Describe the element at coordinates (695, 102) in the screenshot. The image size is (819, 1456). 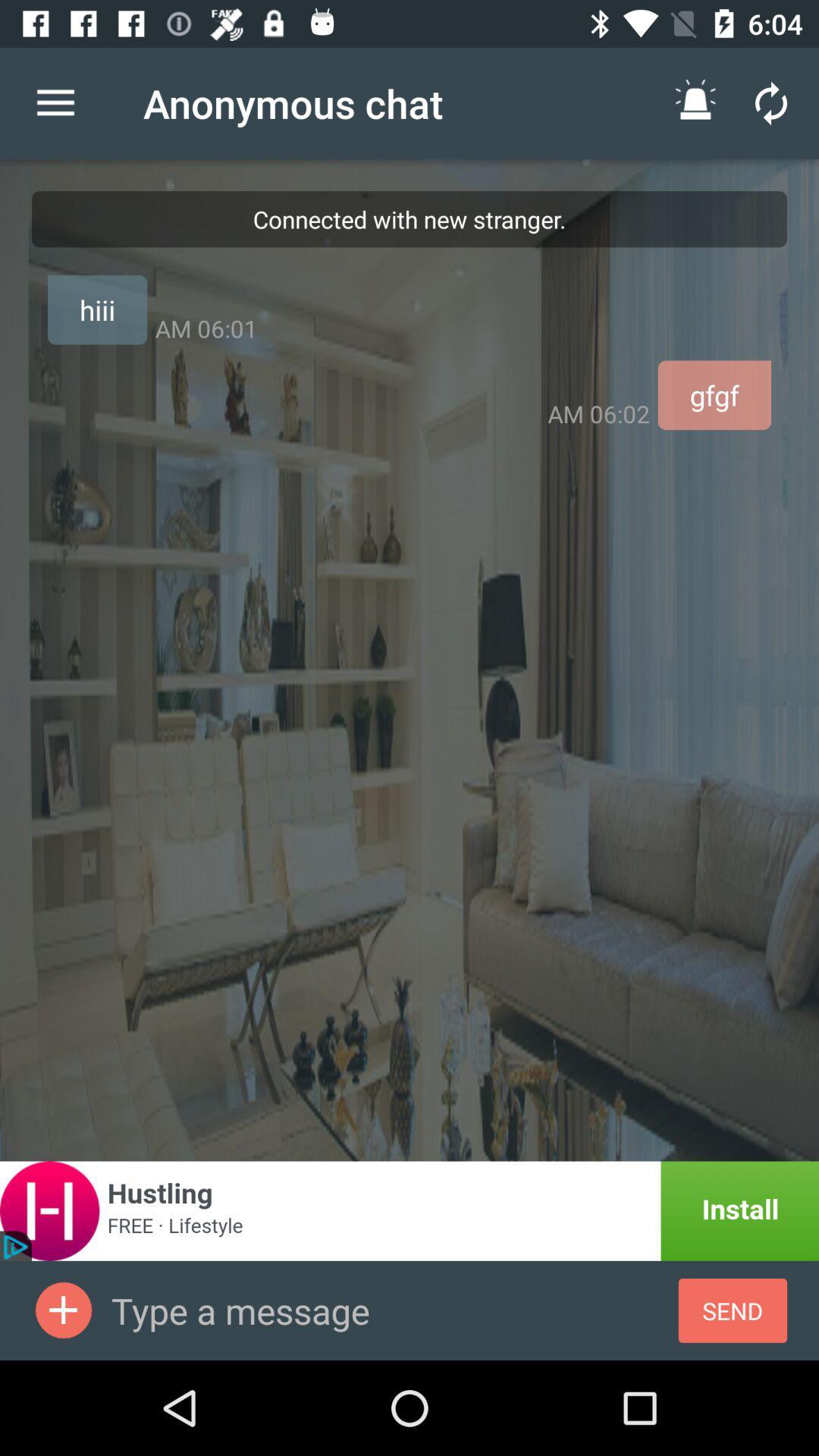
I see `the which is left to the refresh icon` at that location.